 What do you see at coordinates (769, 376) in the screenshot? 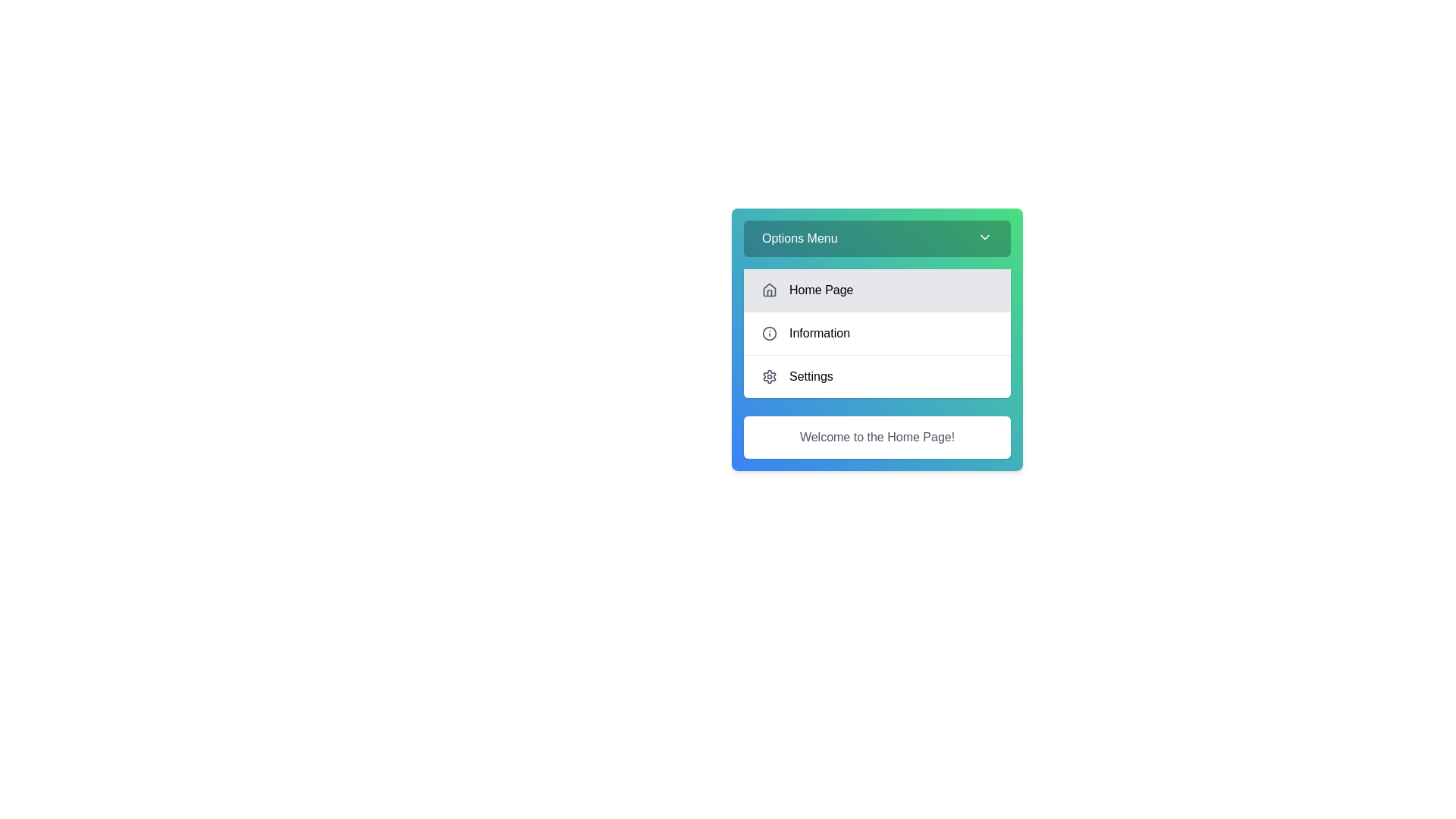
I see `the cog icon representing settings` at bounding box center [769, 376].